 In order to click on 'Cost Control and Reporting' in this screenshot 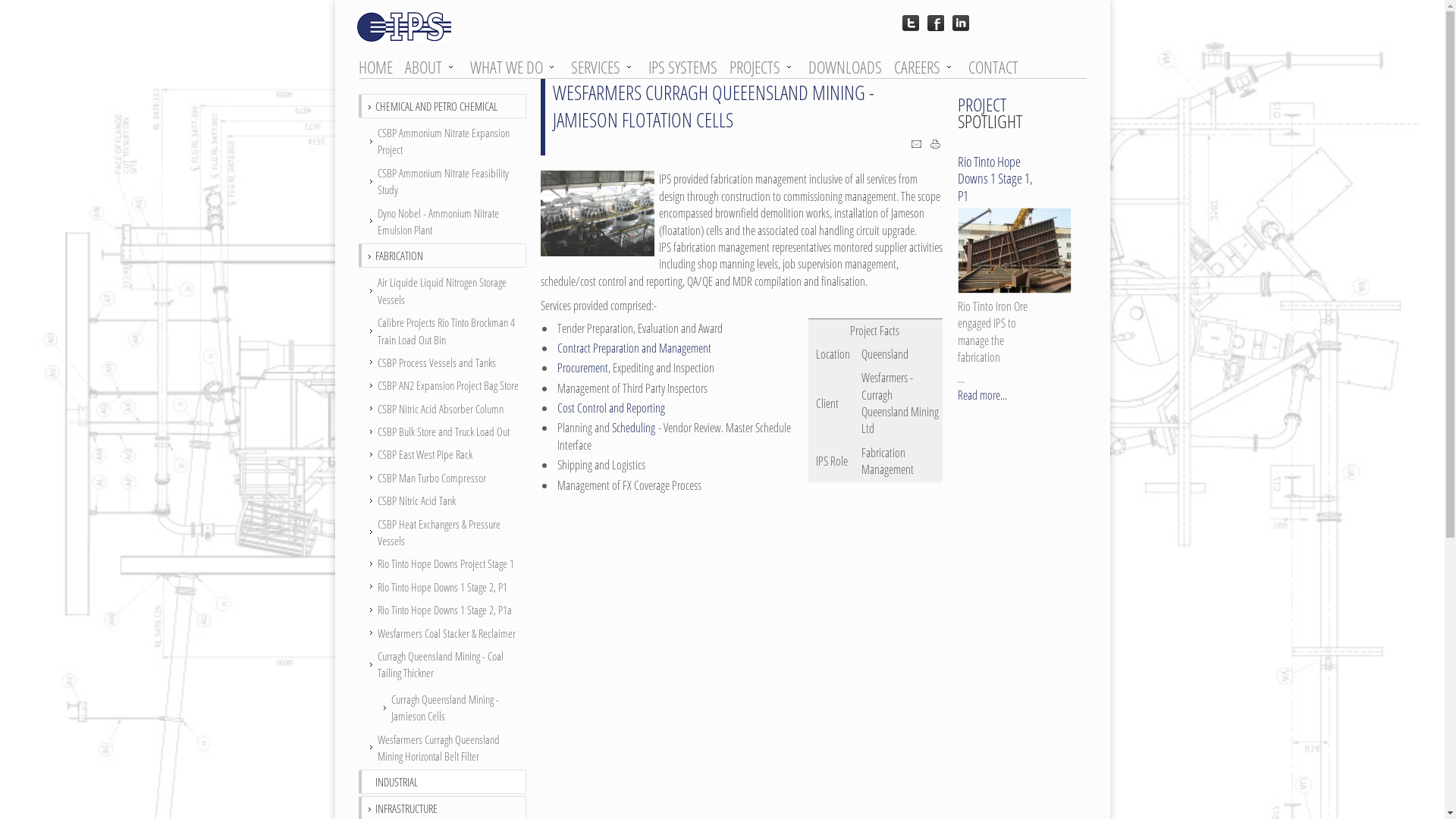, I will do `click(610, 406)`.